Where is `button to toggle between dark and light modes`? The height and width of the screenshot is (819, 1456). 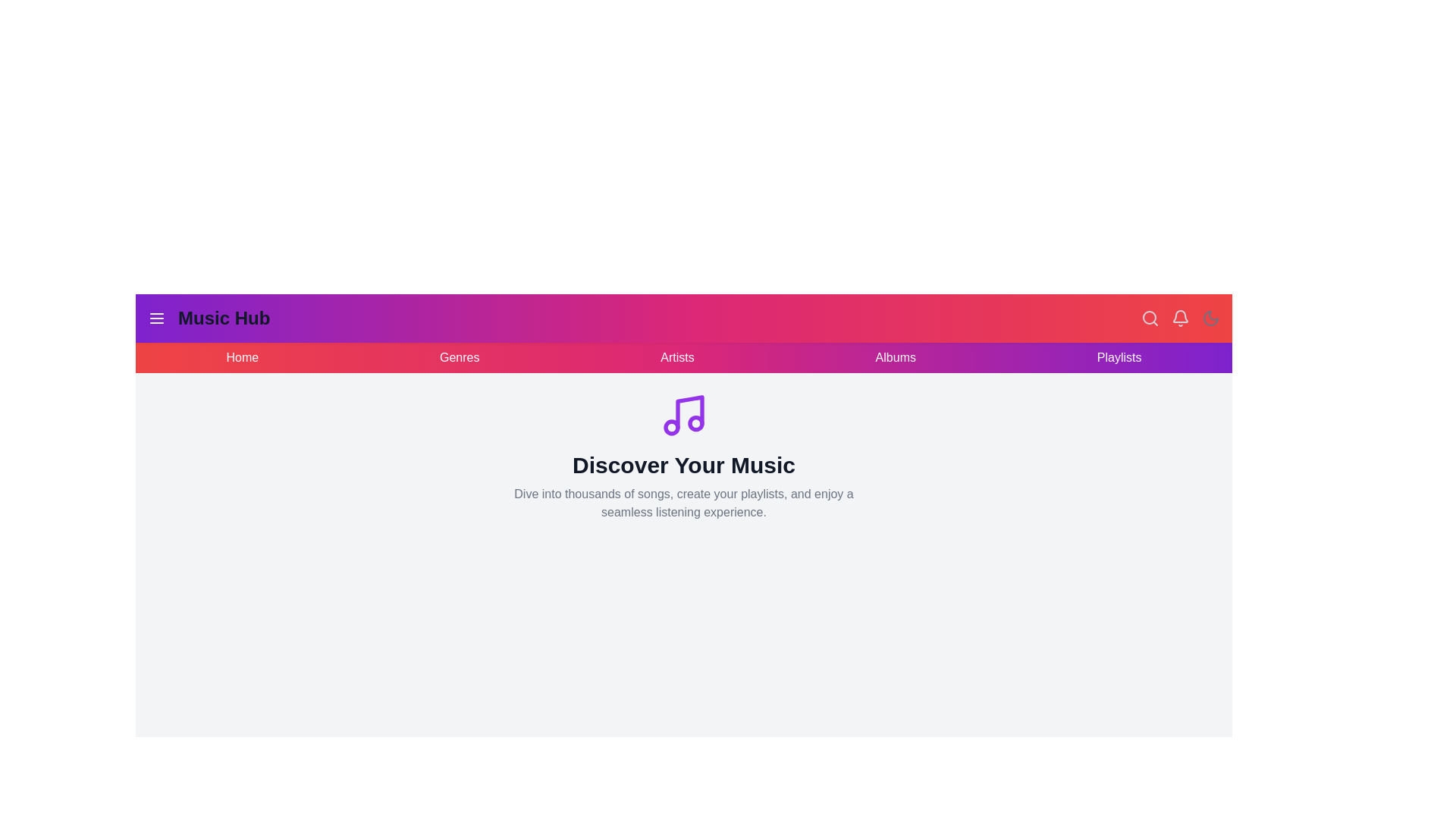
button to toggle between dark and light modes is located at coordinates (1210, 318).